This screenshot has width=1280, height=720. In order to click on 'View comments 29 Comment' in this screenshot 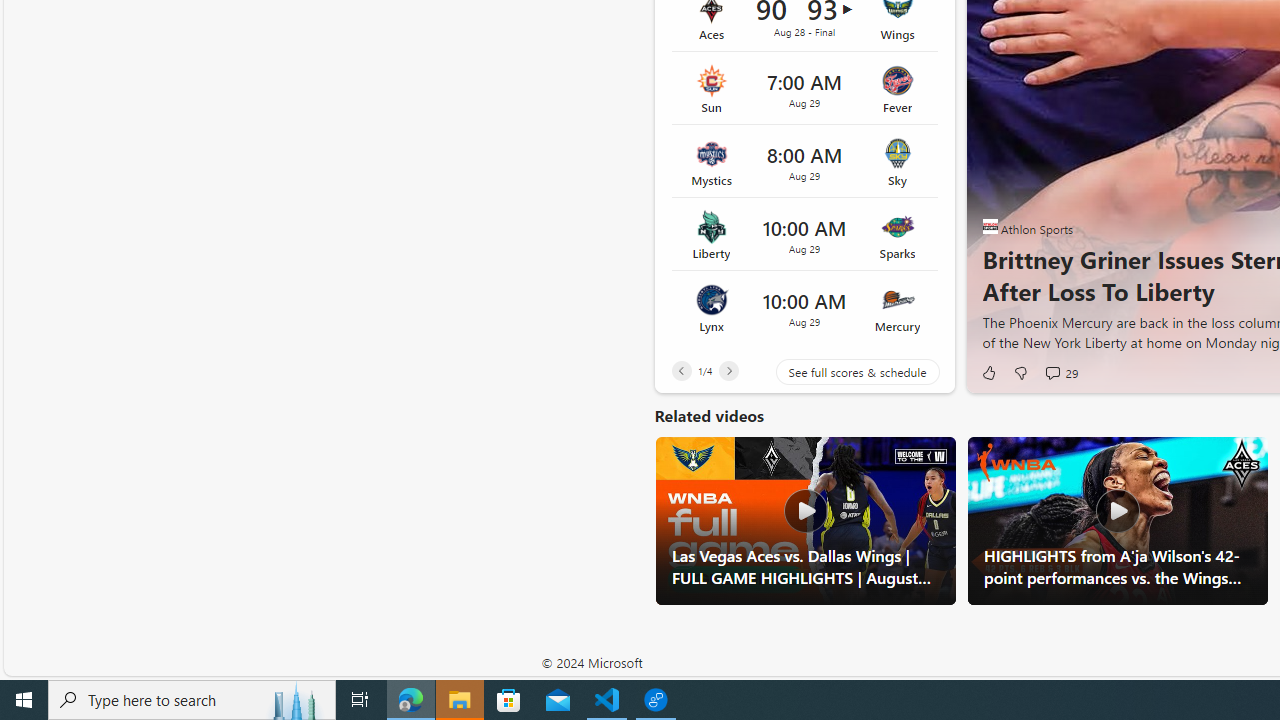, I will do `click(1051, 372)`.